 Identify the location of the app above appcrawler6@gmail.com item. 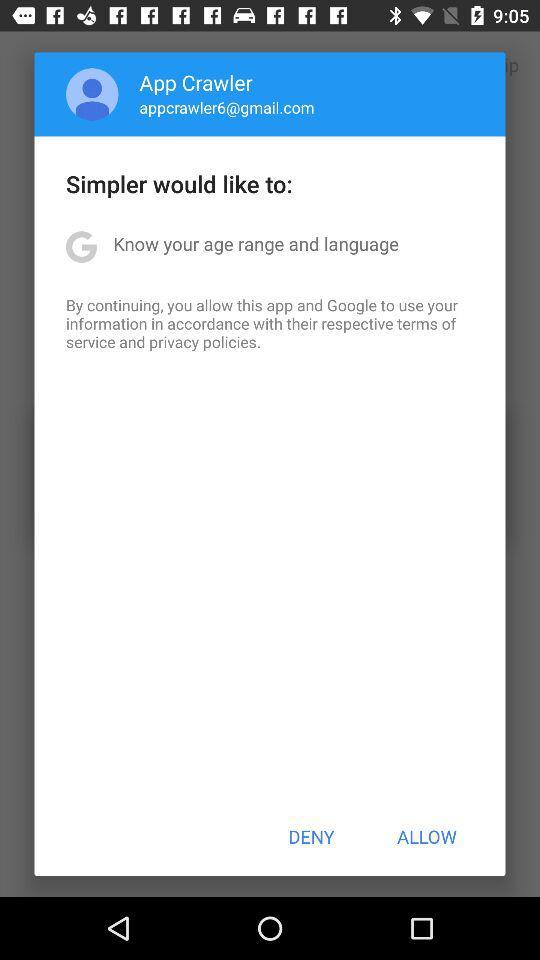
(196, 82).